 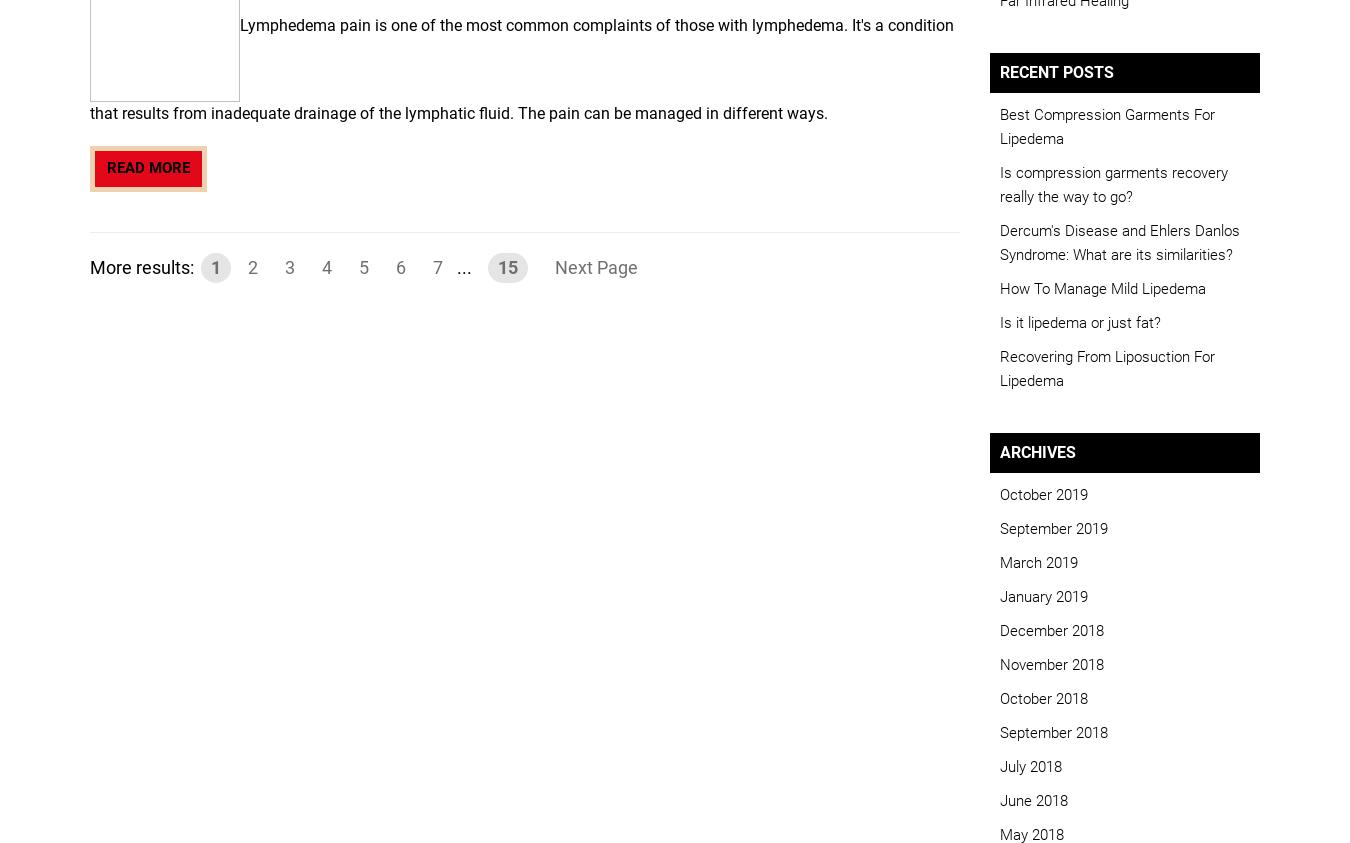 What do you see at coordinates (998, 184) in the screenshot?
I see `'Is compression garments recovery really the way to go?'` at bounding box center [998, 184].